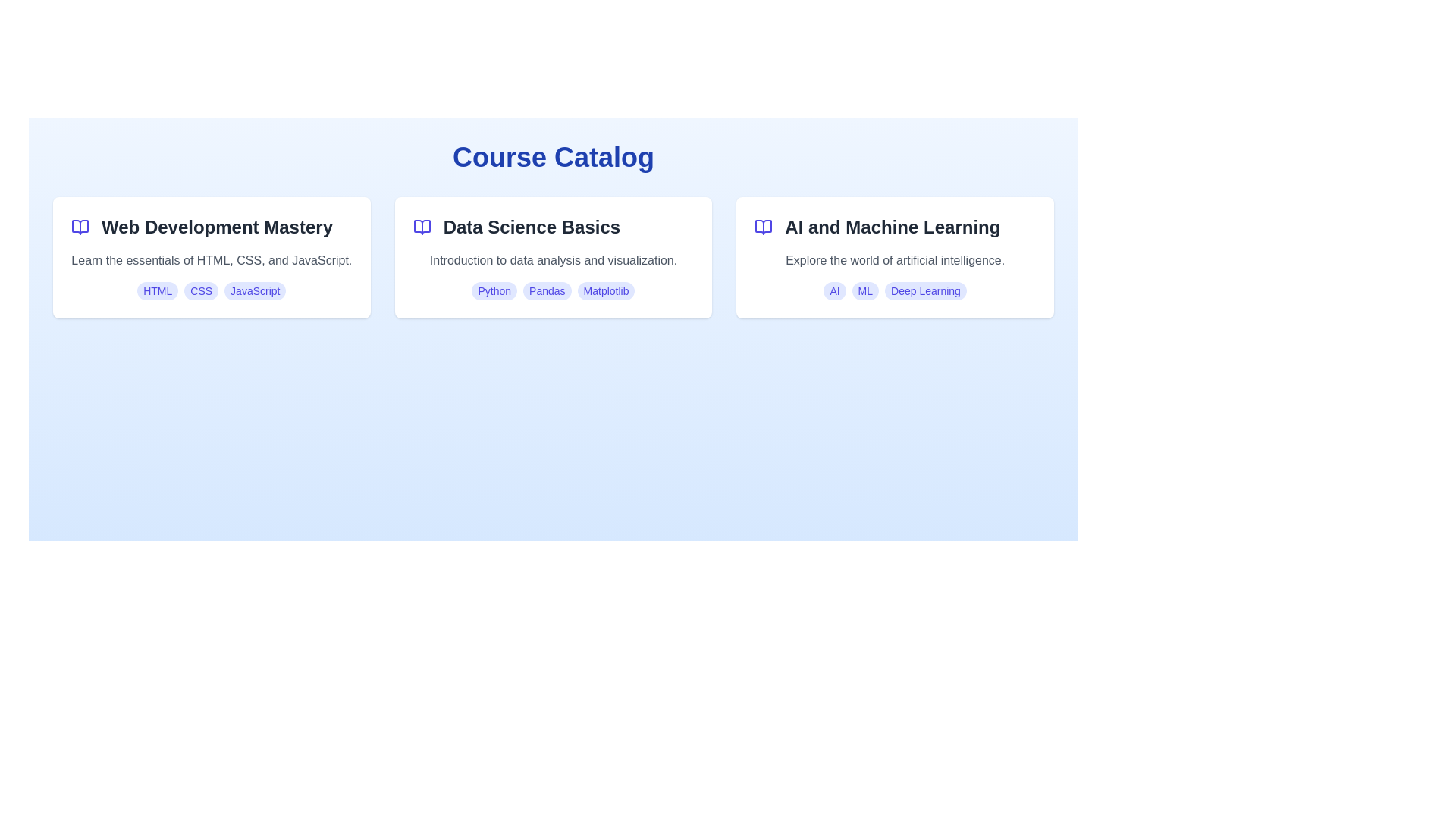 Image resolution: width=1456 pixels, height=819 pixels. What do you see at coordinates (532, 227) in the screenshot?
I see `displayed text 'Data Science Basics' from the prominent text display styled in bold, large font with a gray-black color, located in the center column of the layout` at bounding box center [532, 227].